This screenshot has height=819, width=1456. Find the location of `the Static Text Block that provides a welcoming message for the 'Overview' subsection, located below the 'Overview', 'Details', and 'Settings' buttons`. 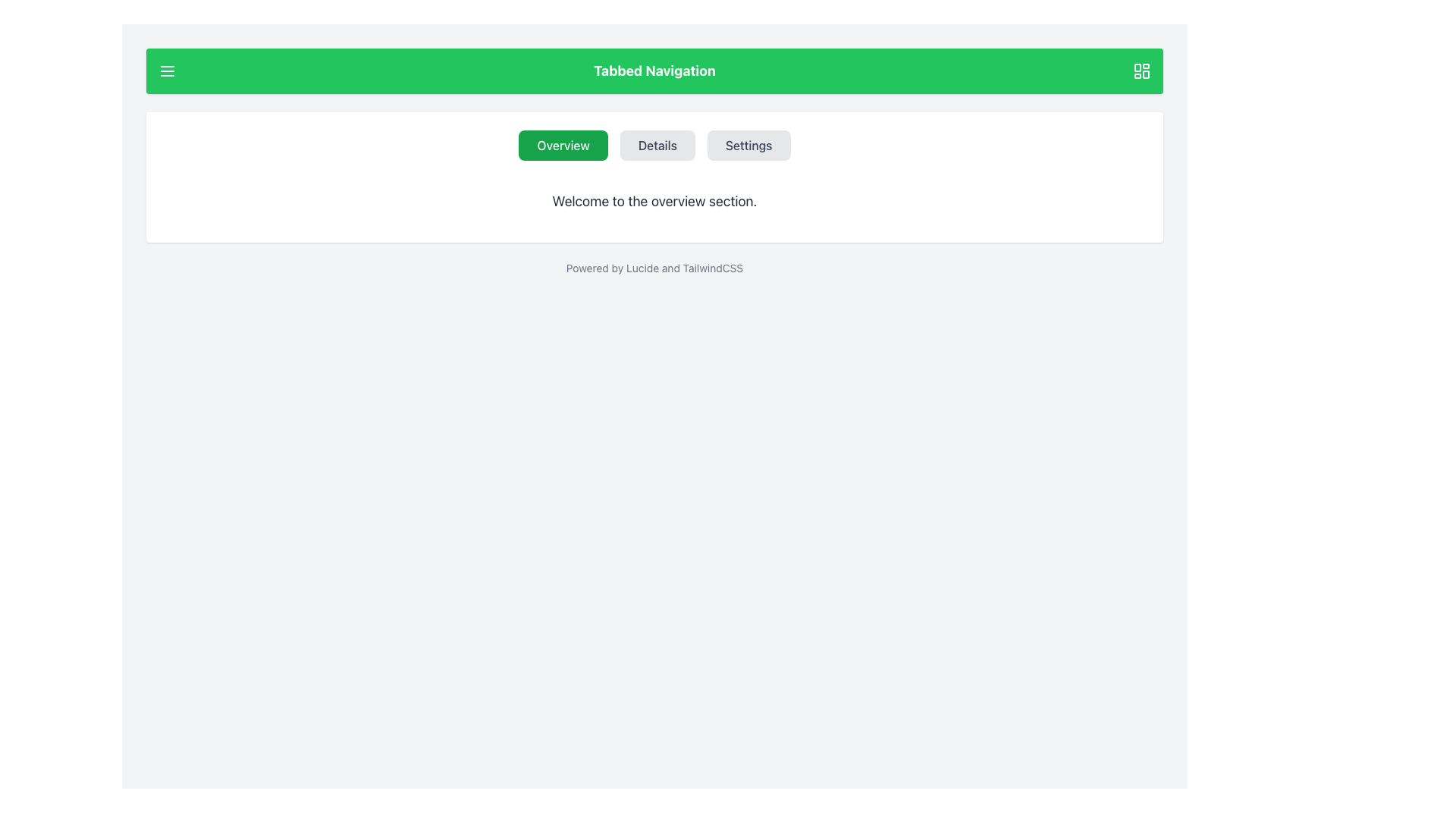

the Static Text Block that provides a welcoming message for the 'Overview' subsection, located below the 'Overview', 'Details', and 'Settings' buttons is located at coordinates (654, 201).